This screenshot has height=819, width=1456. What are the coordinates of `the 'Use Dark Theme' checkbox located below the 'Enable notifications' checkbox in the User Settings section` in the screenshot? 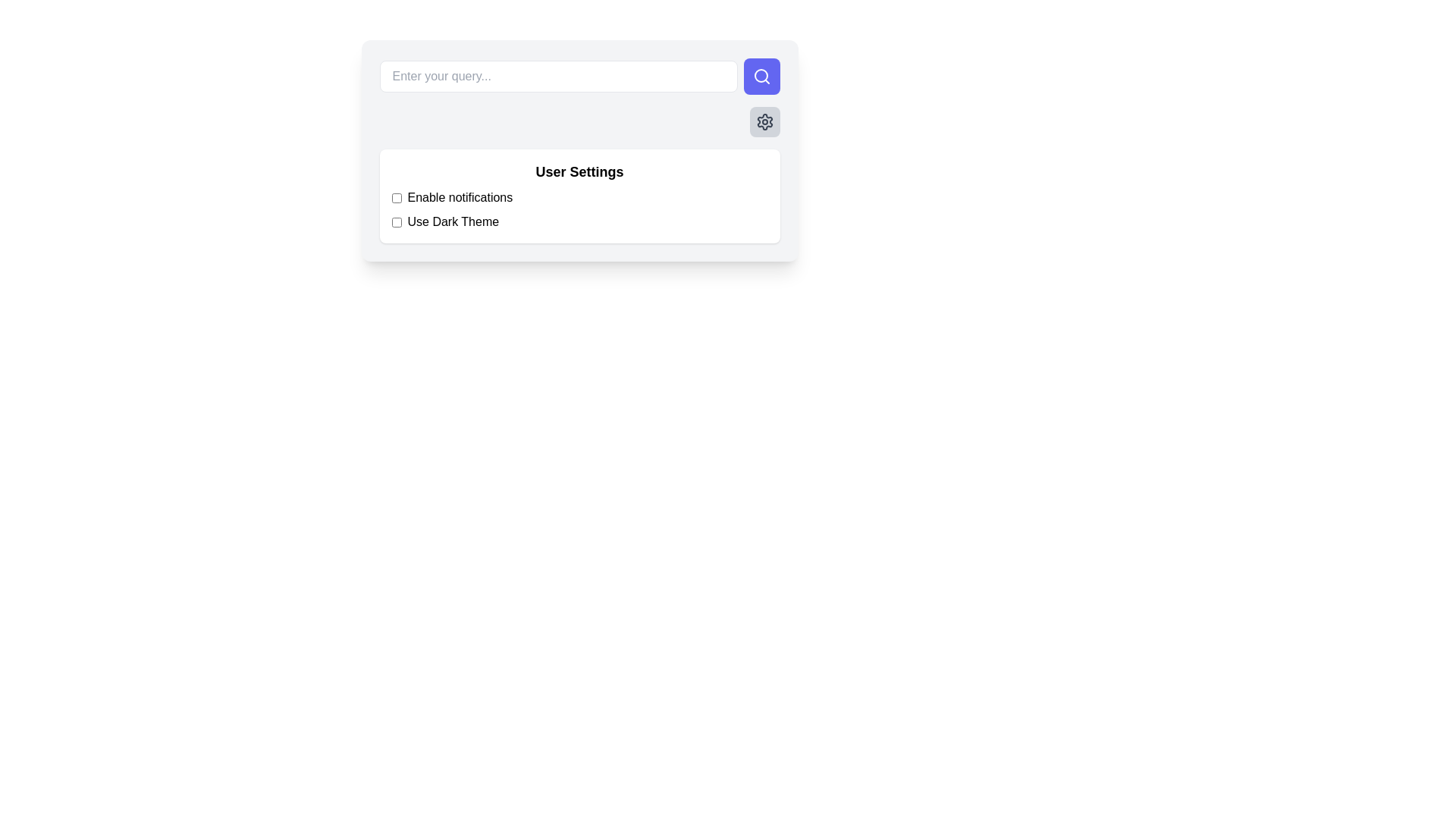 It's located at (397, 222).